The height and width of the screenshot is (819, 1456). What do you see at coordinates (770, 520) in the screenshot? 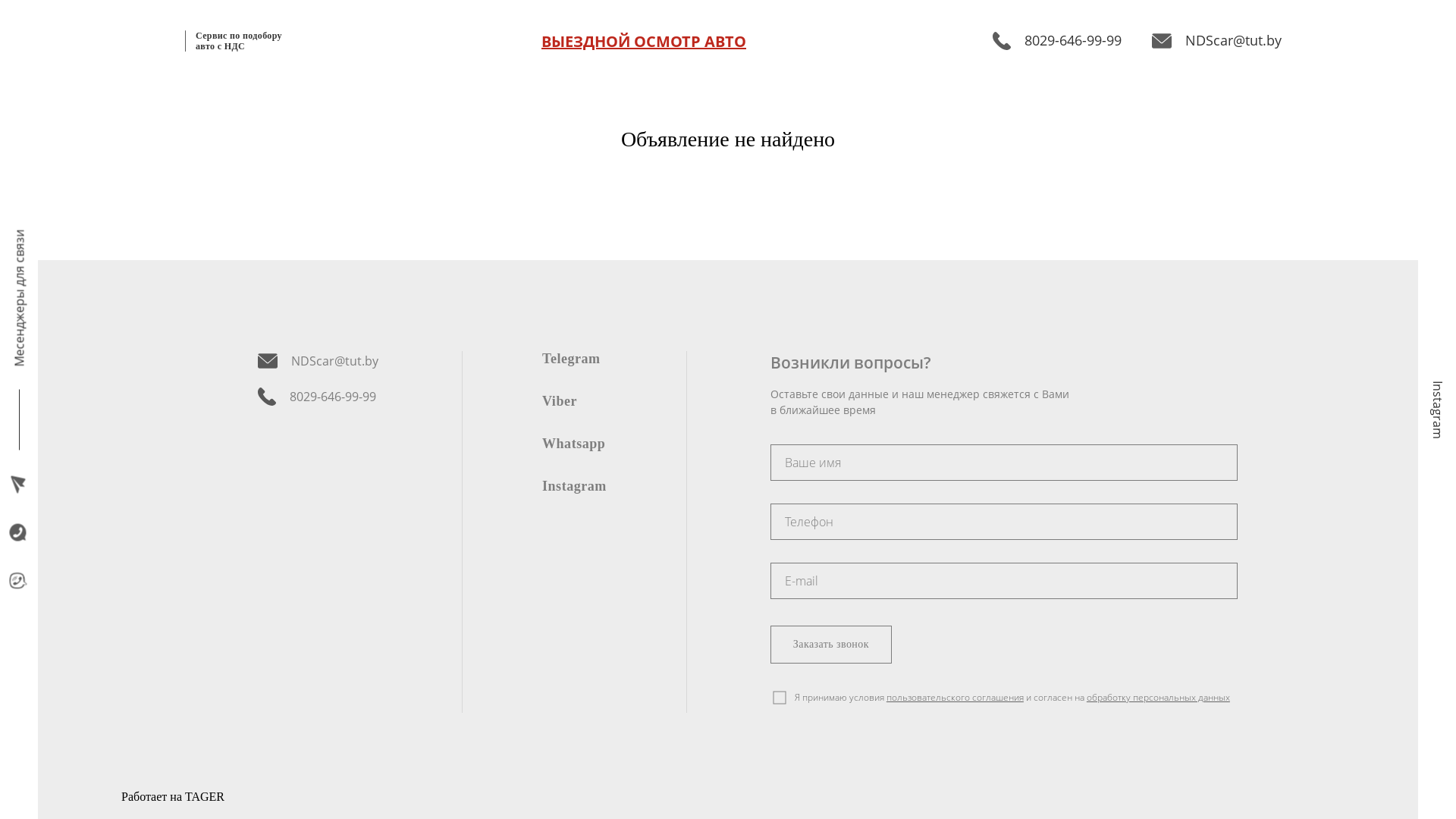
I see `'ndsCar'` at bounding box center [770, 520].